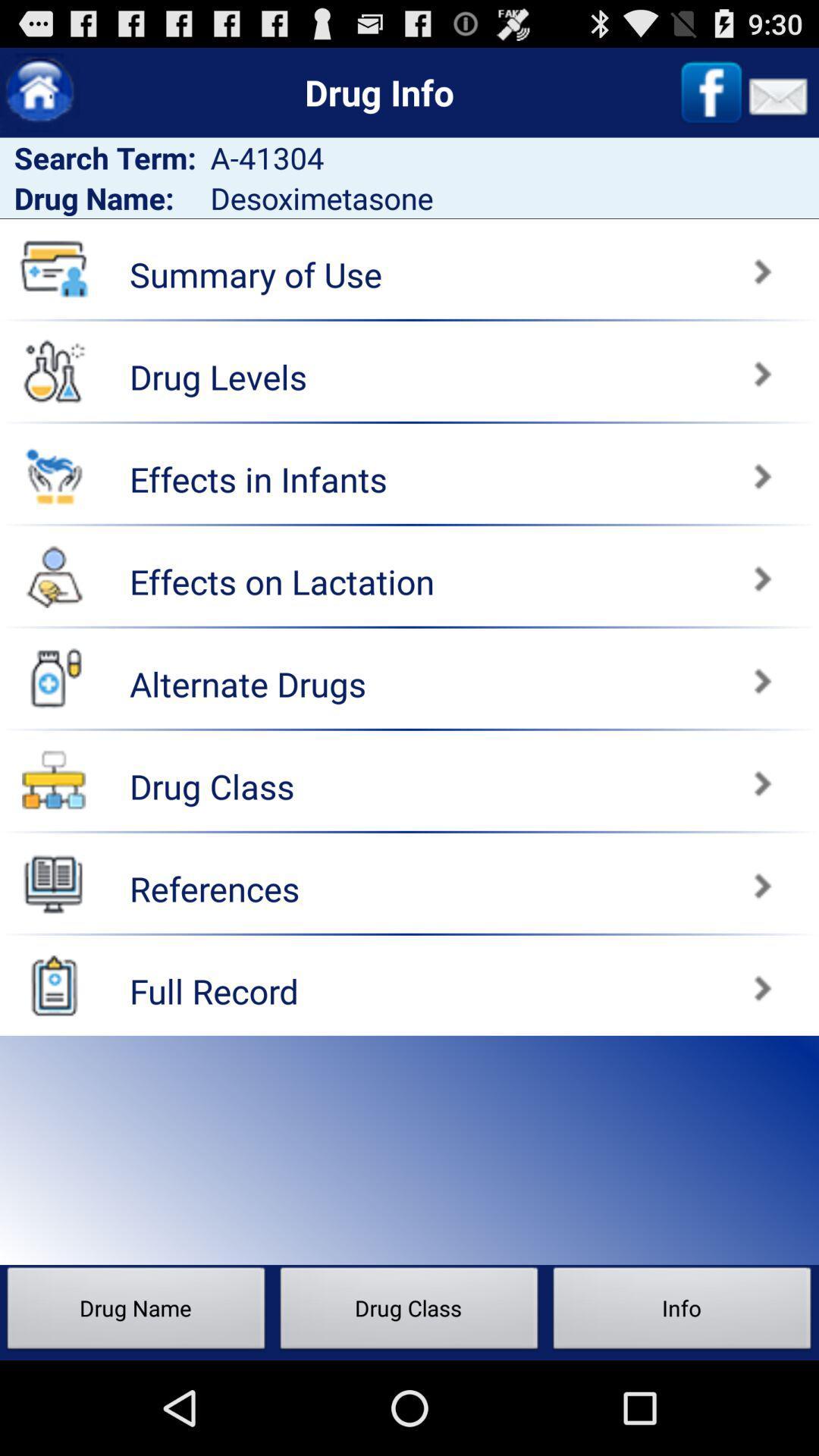 Image resolution: width=819 pixels, height=1456 pixels. I want to click on full record icon, so click(53, 985).